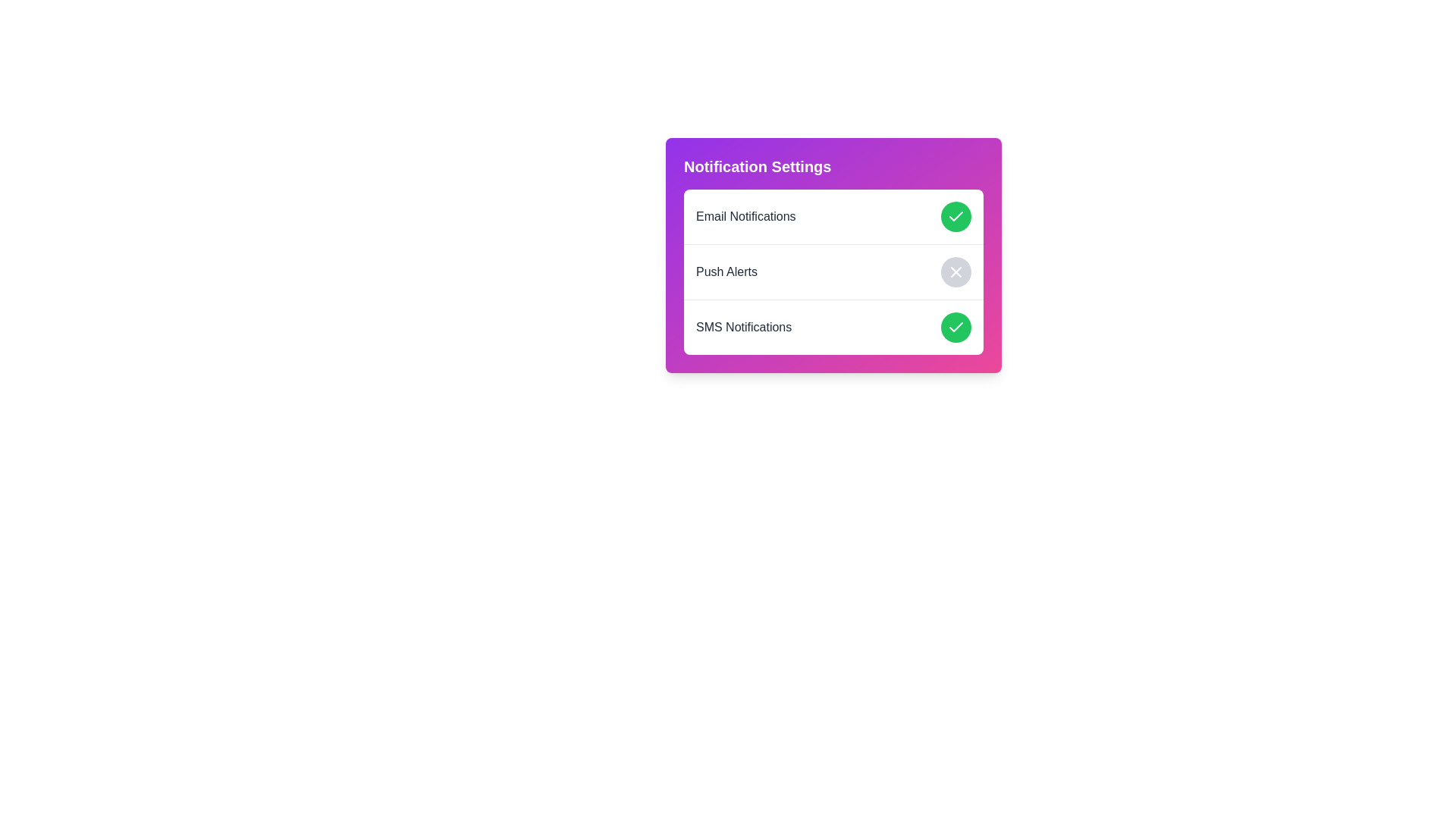 The width and height of the screenshot is (1456, 819). Describe the element at coordinates (955, 271) in the screenshot. I see `the small circular button with a white 'X' symbol on a light gray background, located to the right of 'Push Alerts' in the notification settings panel` at that location.